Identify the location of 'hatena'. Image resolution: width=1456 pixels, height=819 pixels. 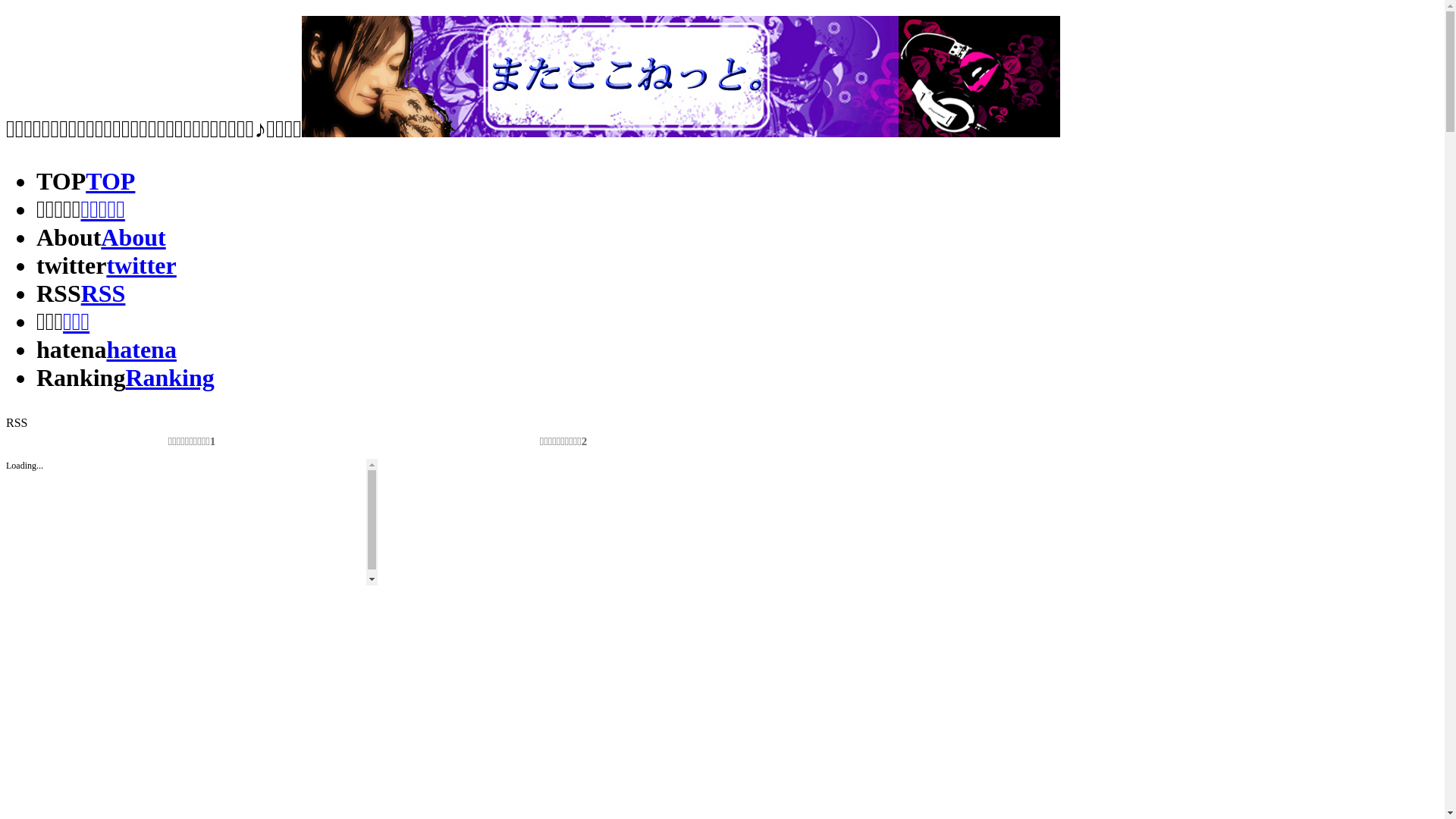
(141, 350).